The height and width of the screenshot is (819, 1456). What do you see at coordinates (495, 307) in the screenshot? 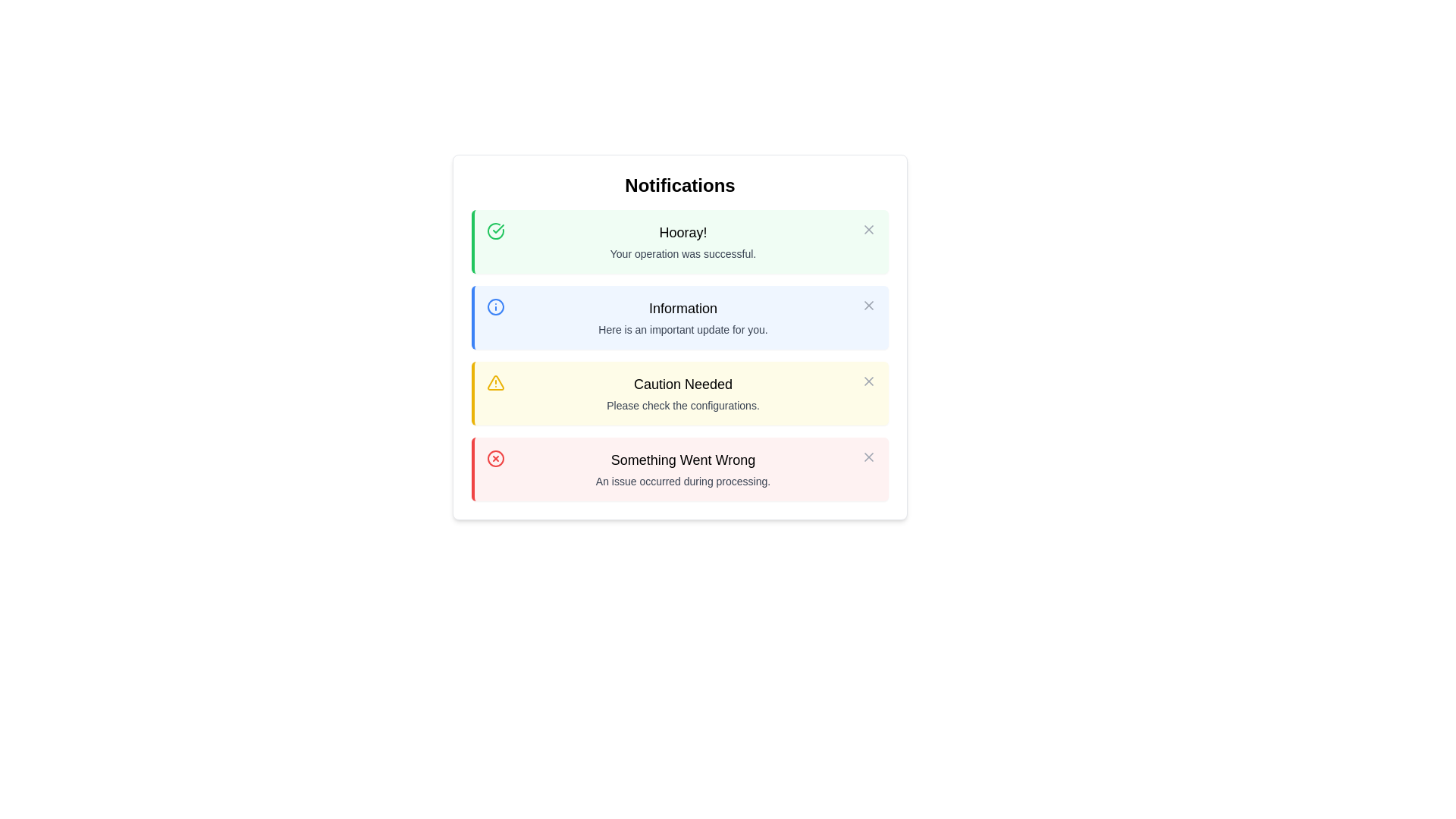
I see `the outer circle of the information notification icon, which is located in the second row of the notification list to the left of the text 'Information'` at bounding box center [495, 307].